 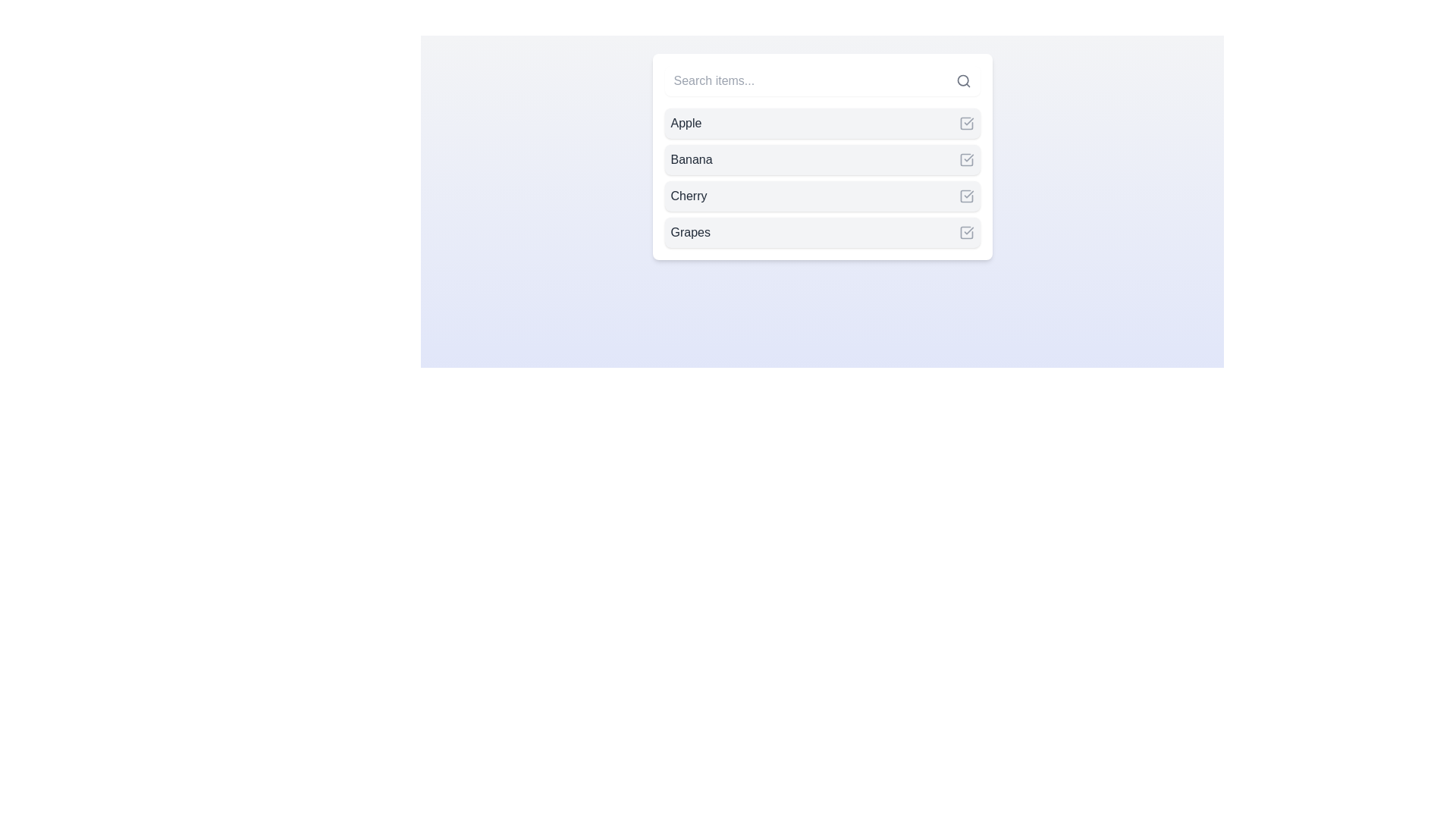 I want to click on the 'Cherry' selectable list item, so click(x=821, y=195).